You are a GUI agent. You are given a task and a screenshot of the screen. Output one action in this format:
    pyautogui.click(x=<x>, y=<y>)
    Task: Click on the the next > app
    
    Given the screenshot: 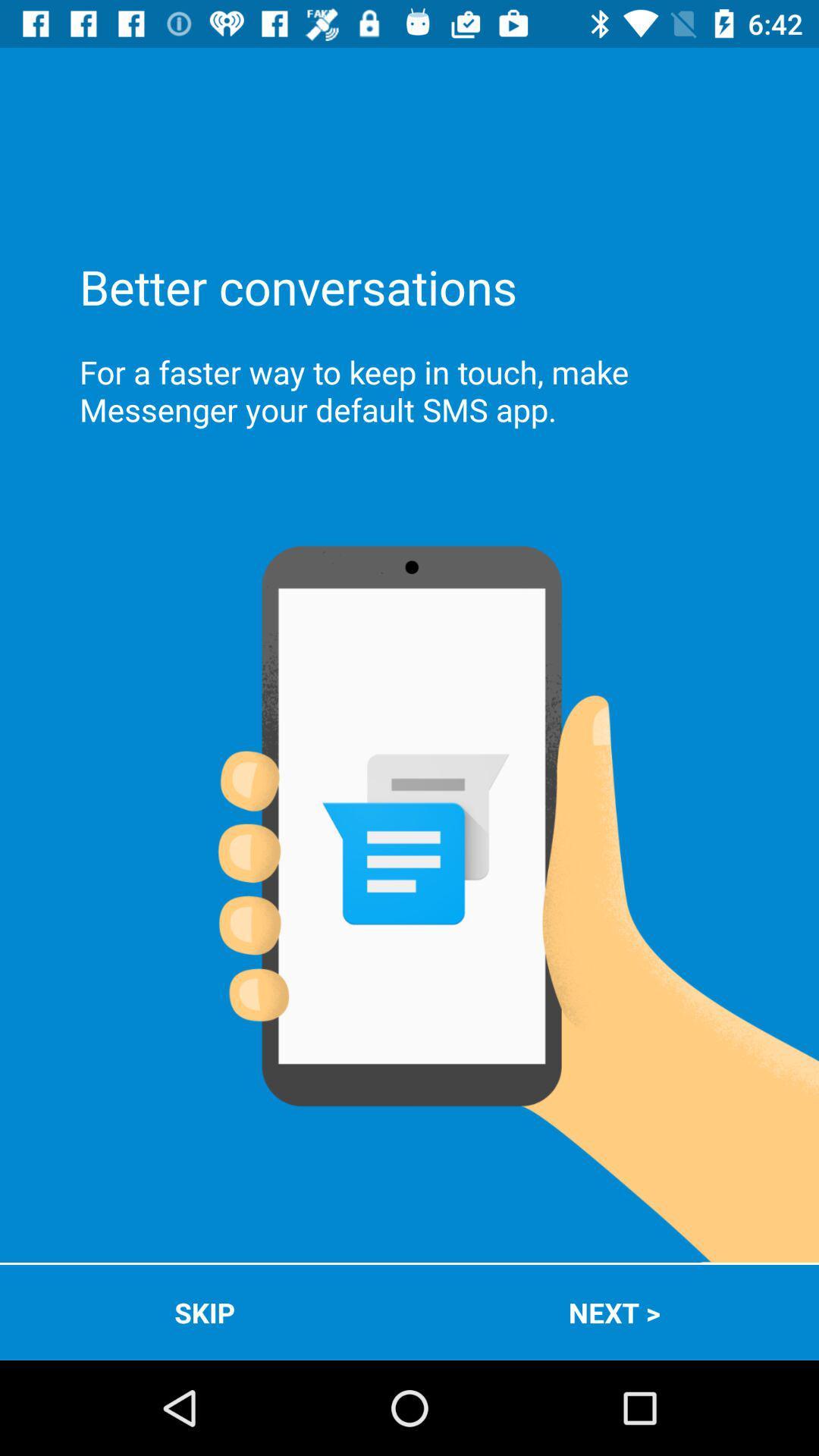 What is the action you would take?
    pyautogui.click(x=614, y=1312)
    